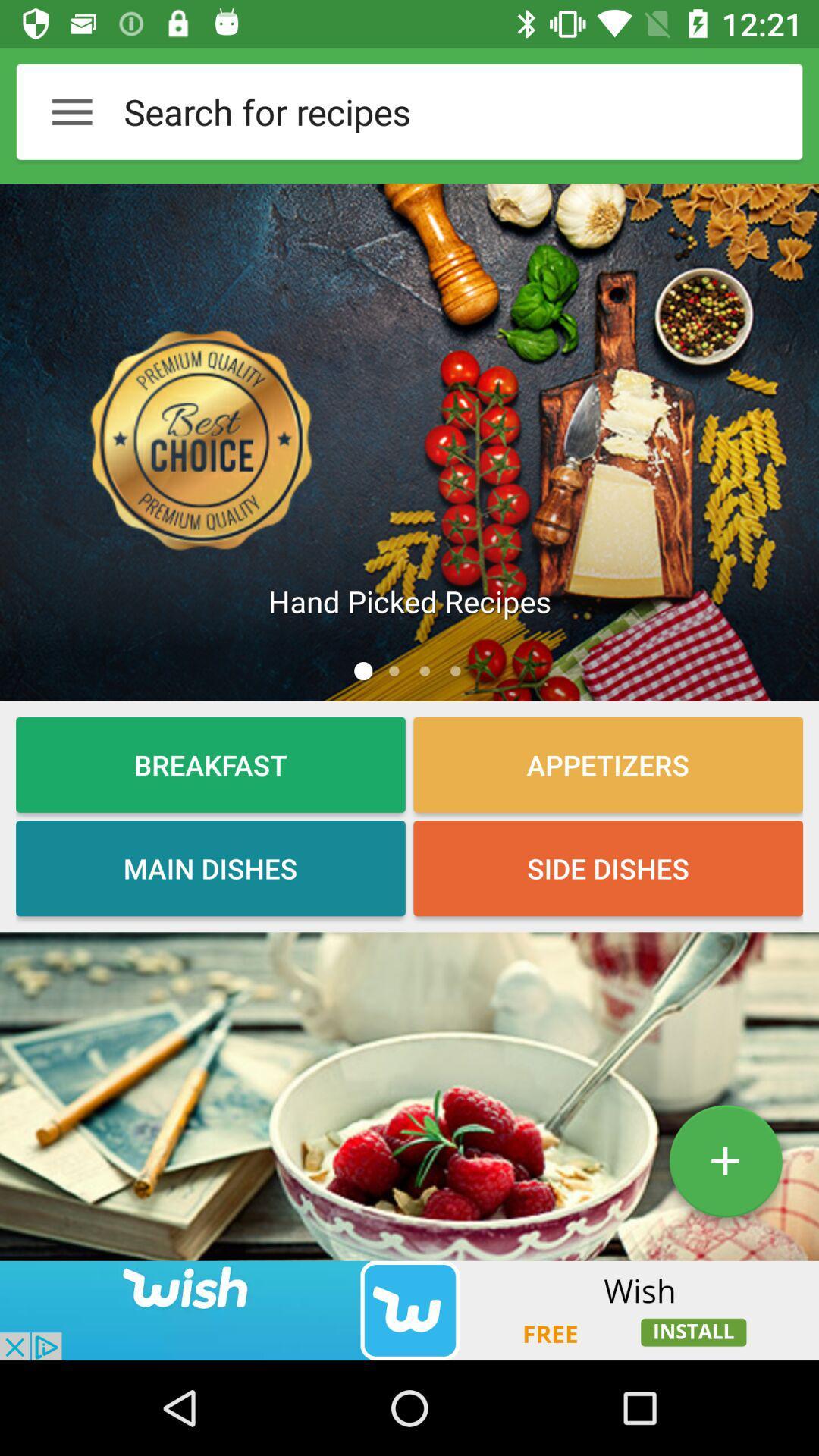  Describe the element at coordinates (724, 1166) in the screenshot. I see `the add icon` at that location.